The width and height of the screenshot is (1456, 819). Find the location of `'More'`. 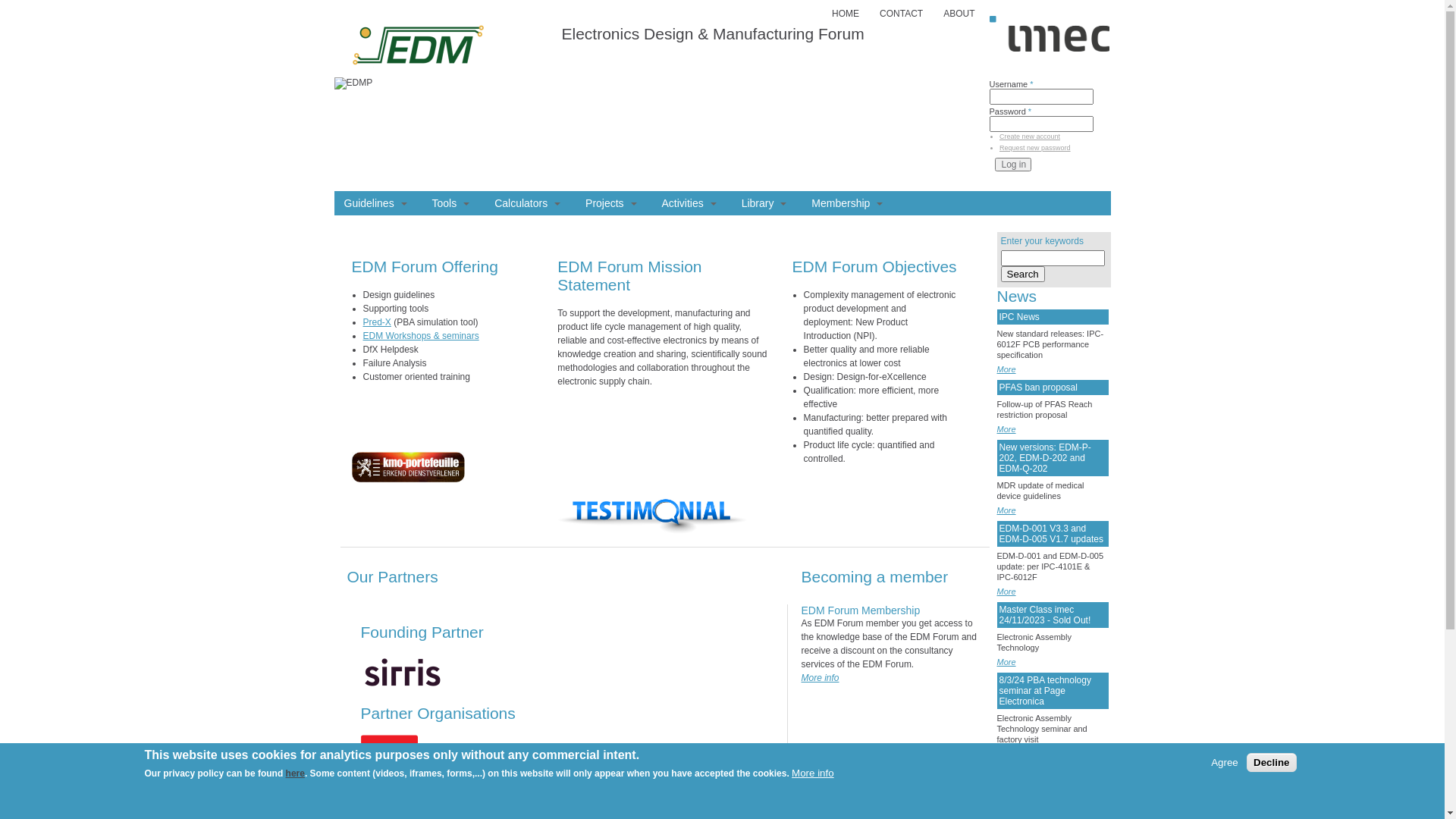

'More' is located at coordinates (1006, 754).